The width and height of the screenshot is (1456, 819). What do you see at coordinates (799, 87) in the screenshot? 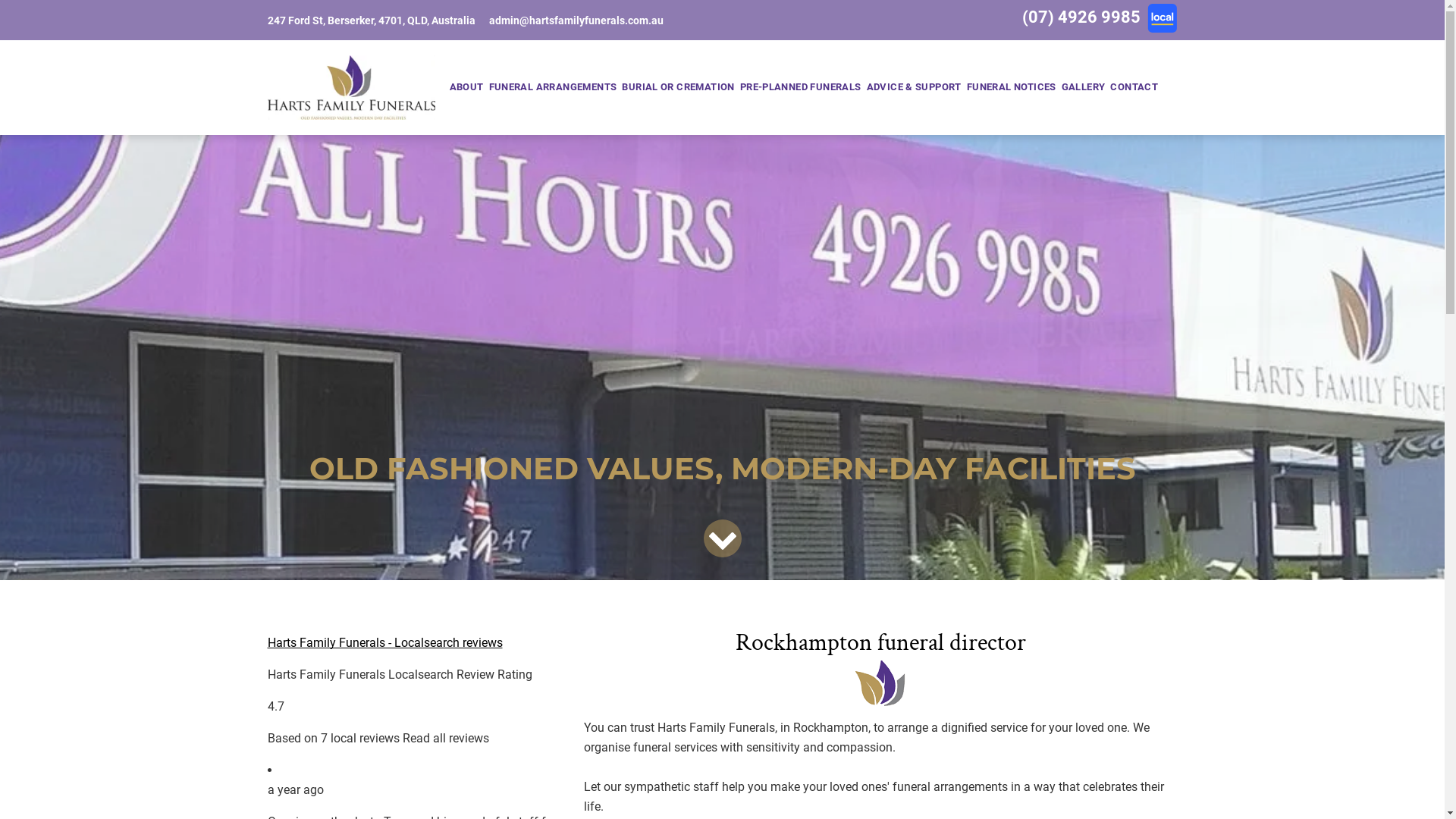
I see `'PRE-PLANNED FUNERALS'` at bounding box center [799, 87].